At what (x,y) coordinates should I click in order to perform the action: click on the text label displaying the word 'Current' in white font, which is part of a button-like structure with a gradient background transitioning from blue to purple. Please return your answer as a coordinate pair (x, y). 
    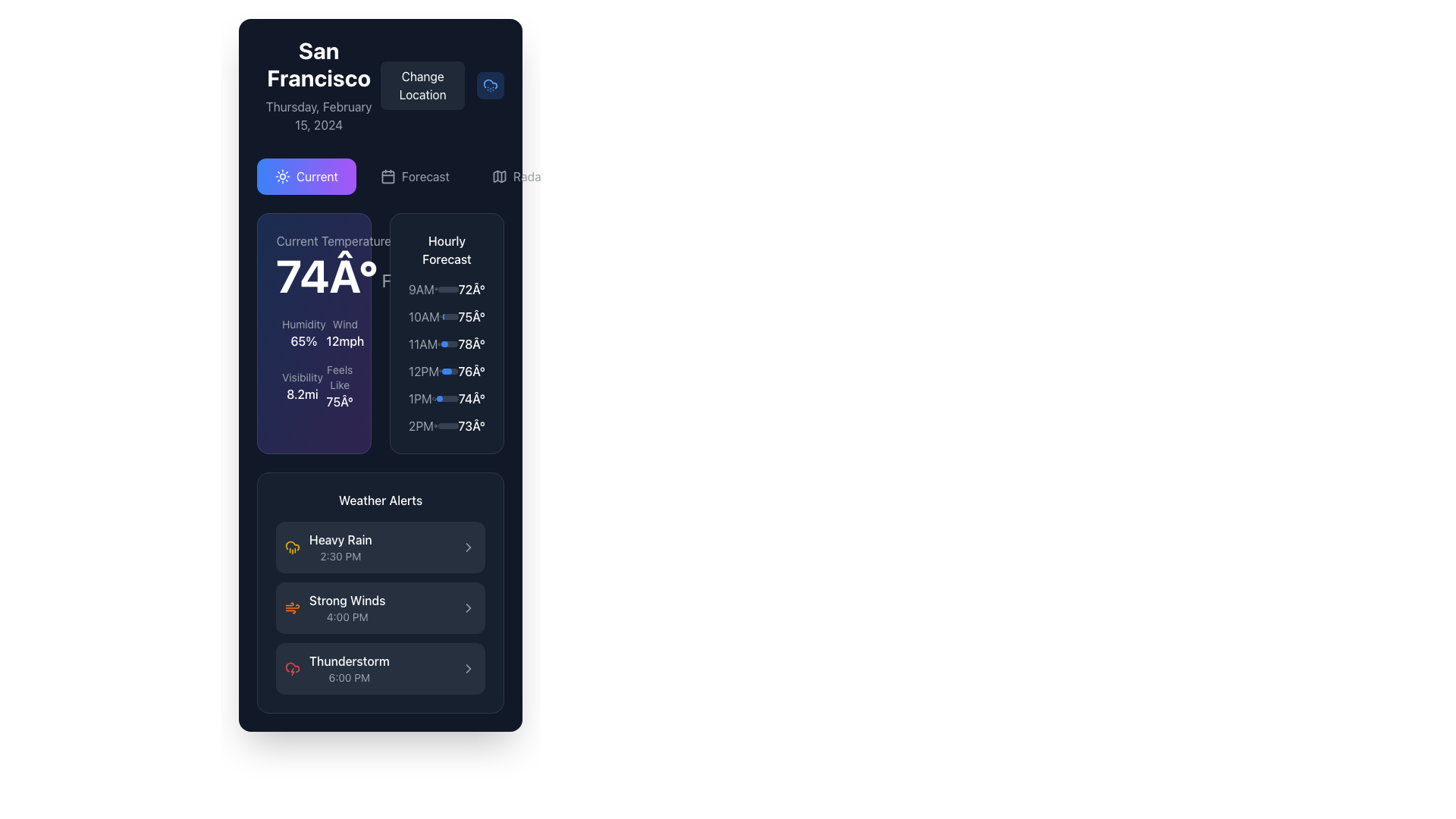
    Looking at the image, I should click on (316, 175).